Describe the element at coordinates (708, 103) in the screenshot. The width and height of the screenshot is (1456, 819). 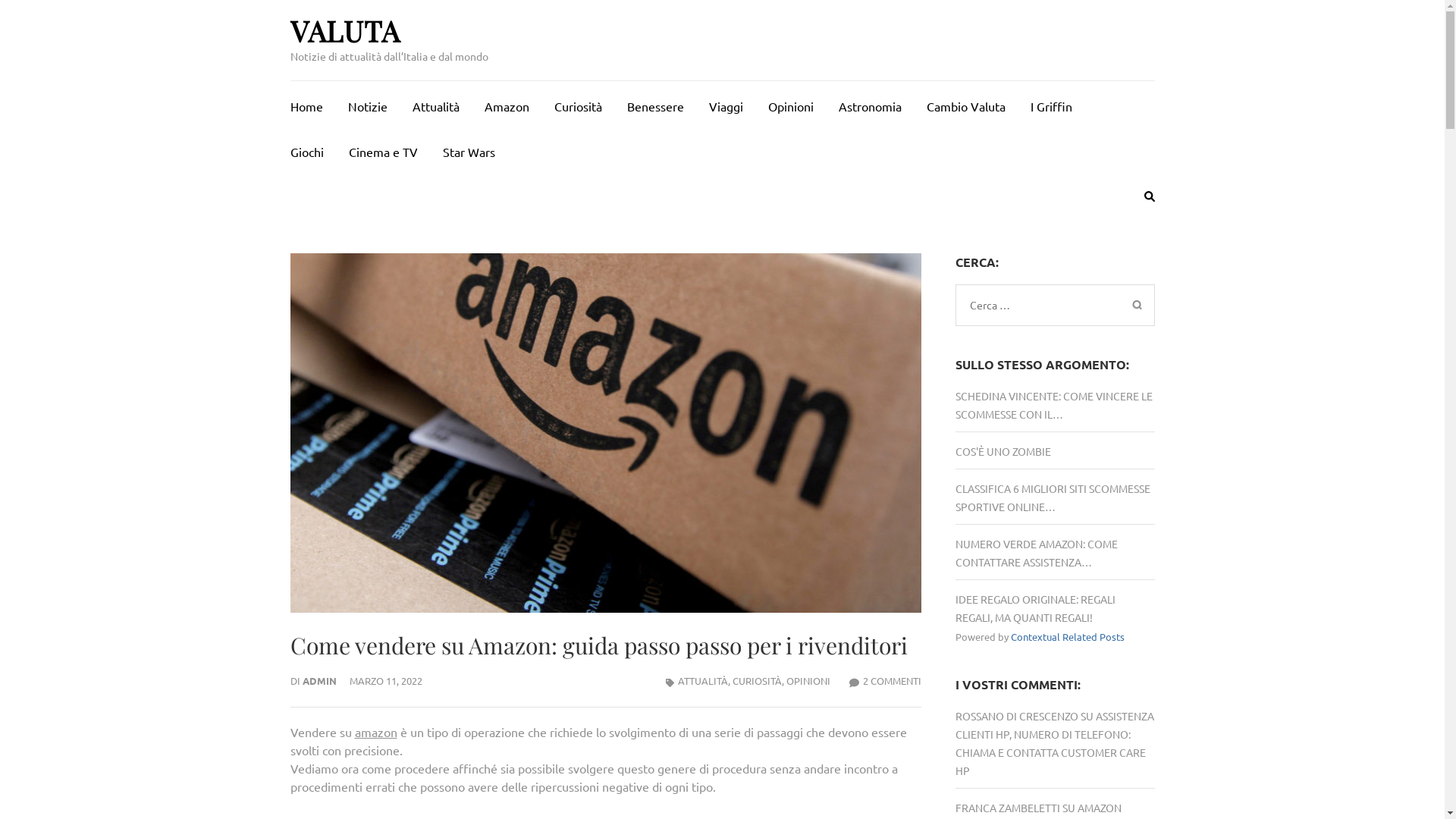
I see `'Viaggi'` at that location.